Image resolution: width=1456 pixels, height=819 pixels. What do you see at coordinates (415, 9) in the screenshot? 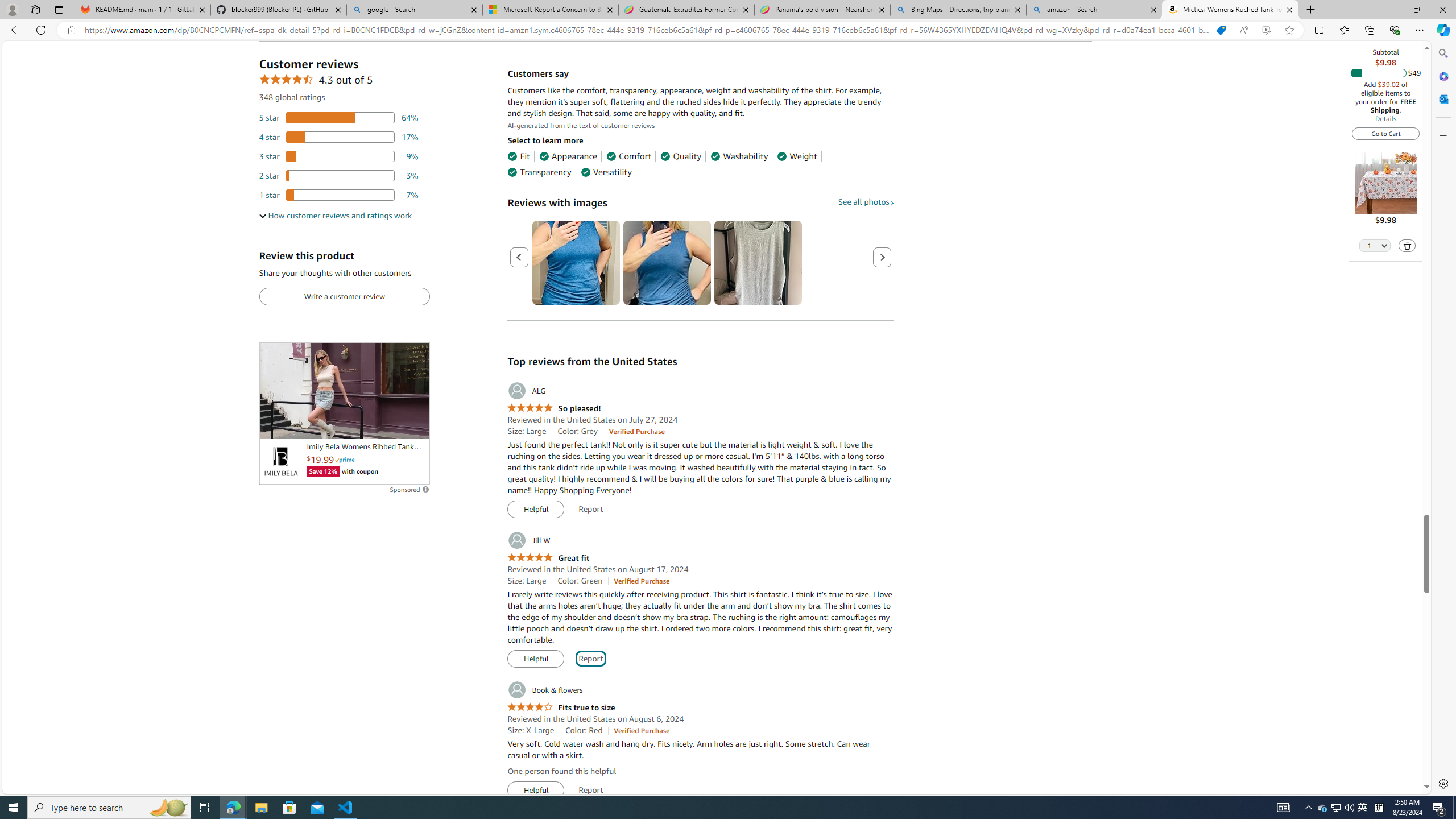
I see `'google - Search'` at bounding box center [415, 9].